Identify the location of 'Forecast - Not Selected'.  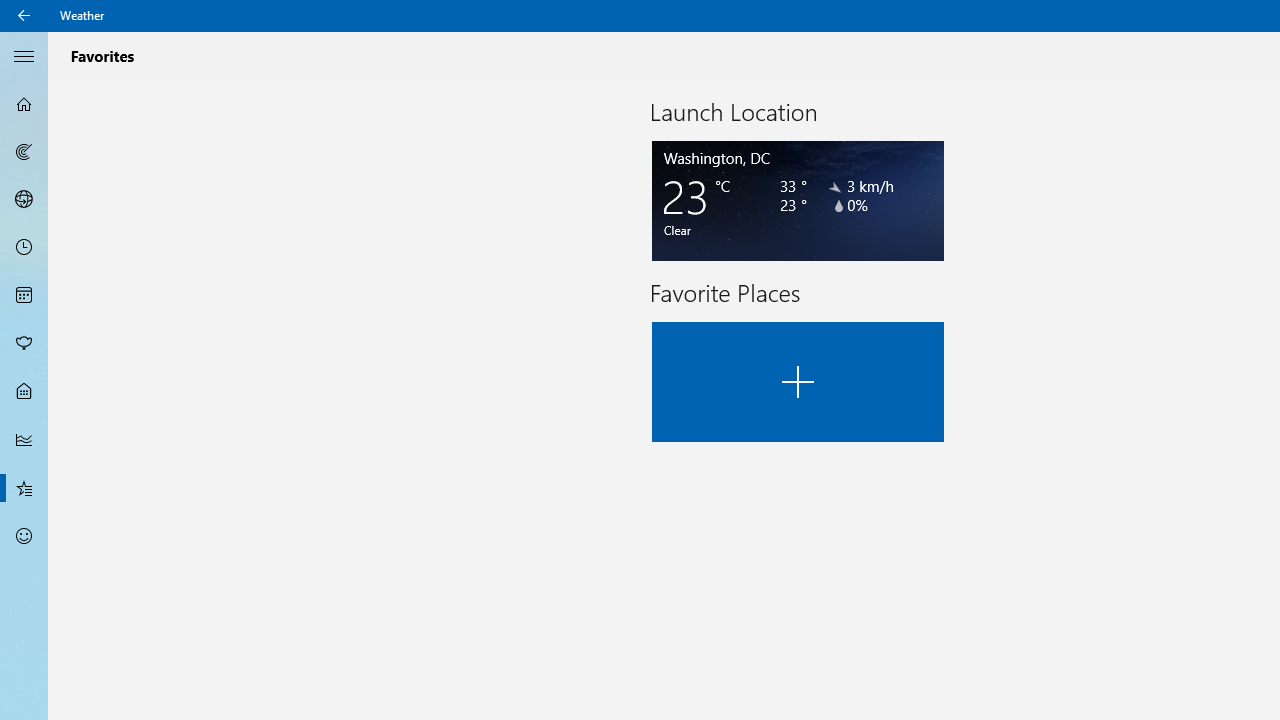
(24, 104).